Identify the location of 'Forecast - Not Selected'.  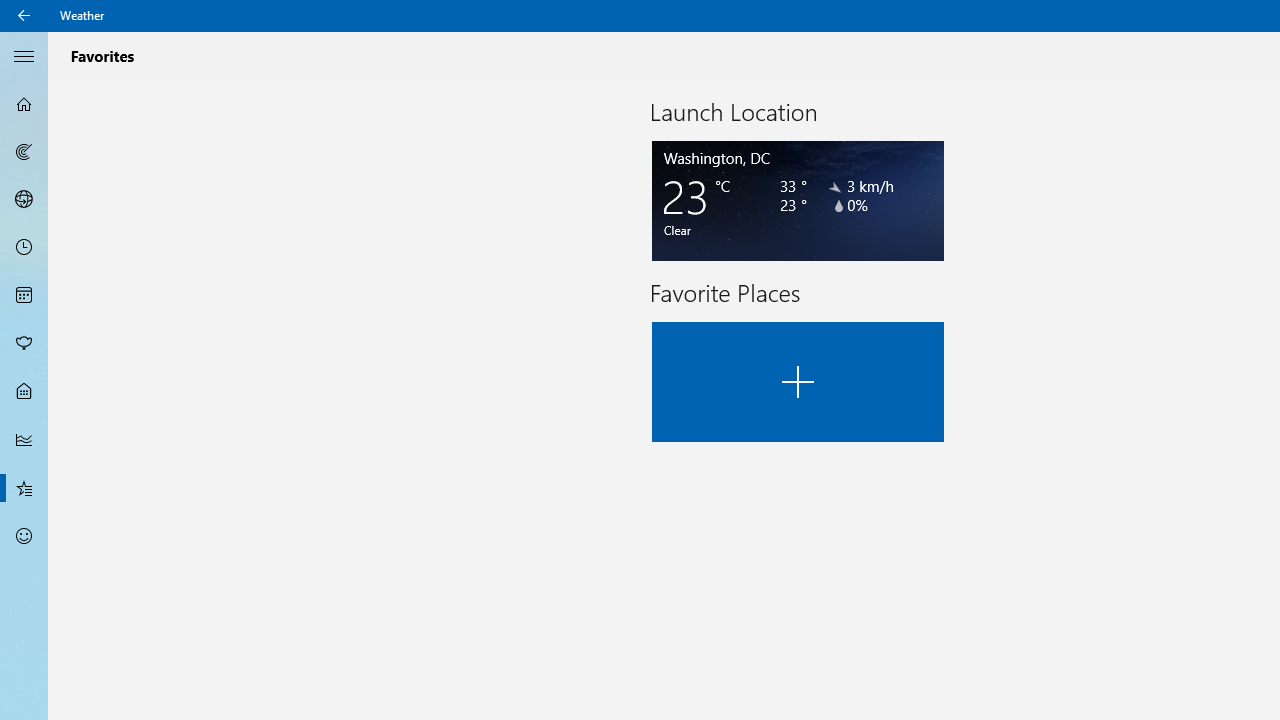
(24, 104).